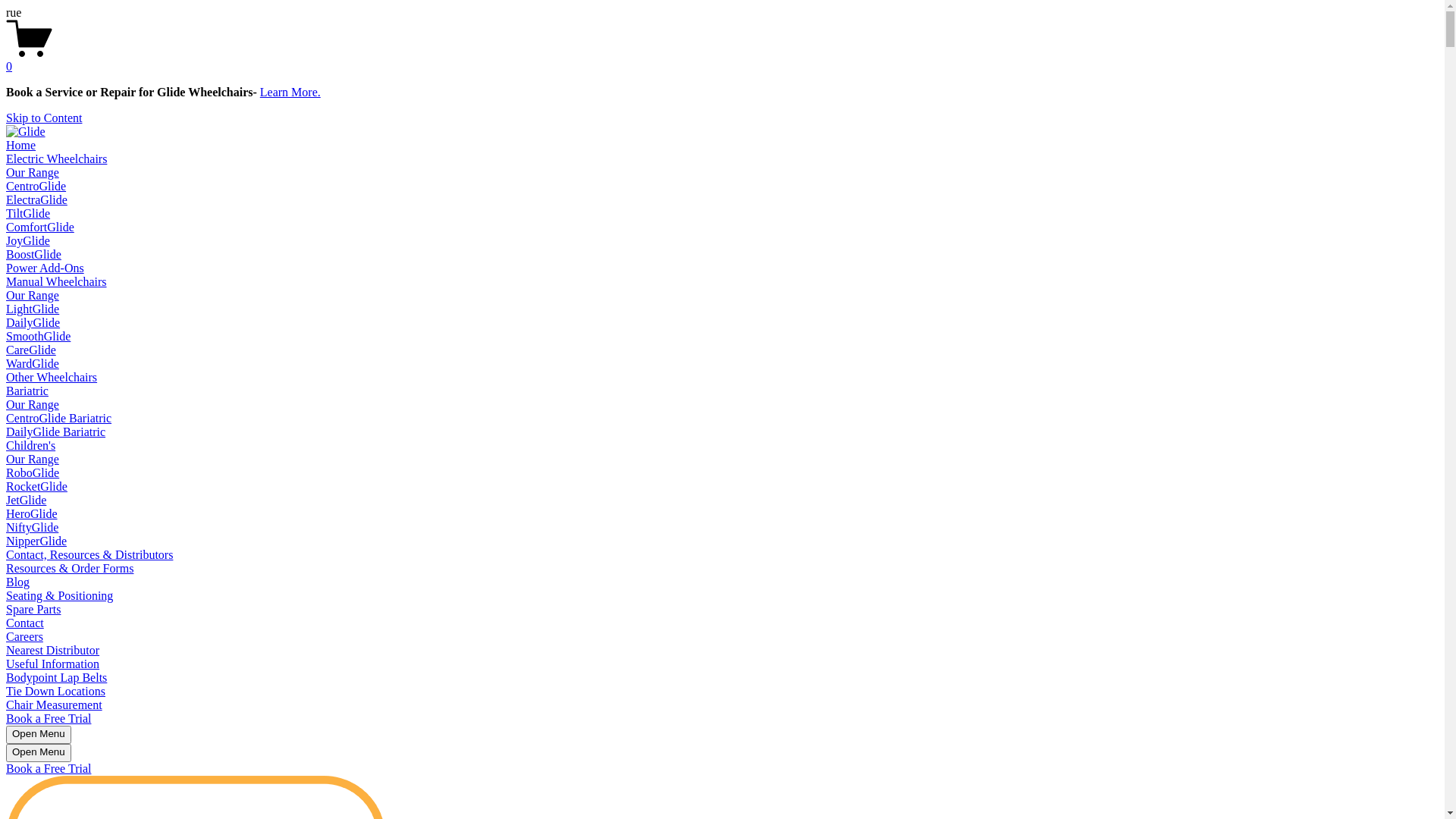 The image size is (1456, 819). What do you see at coordinates (26, 500) in the screenshot?
I see `'JetGlide'` at bounding box center [26, 500].